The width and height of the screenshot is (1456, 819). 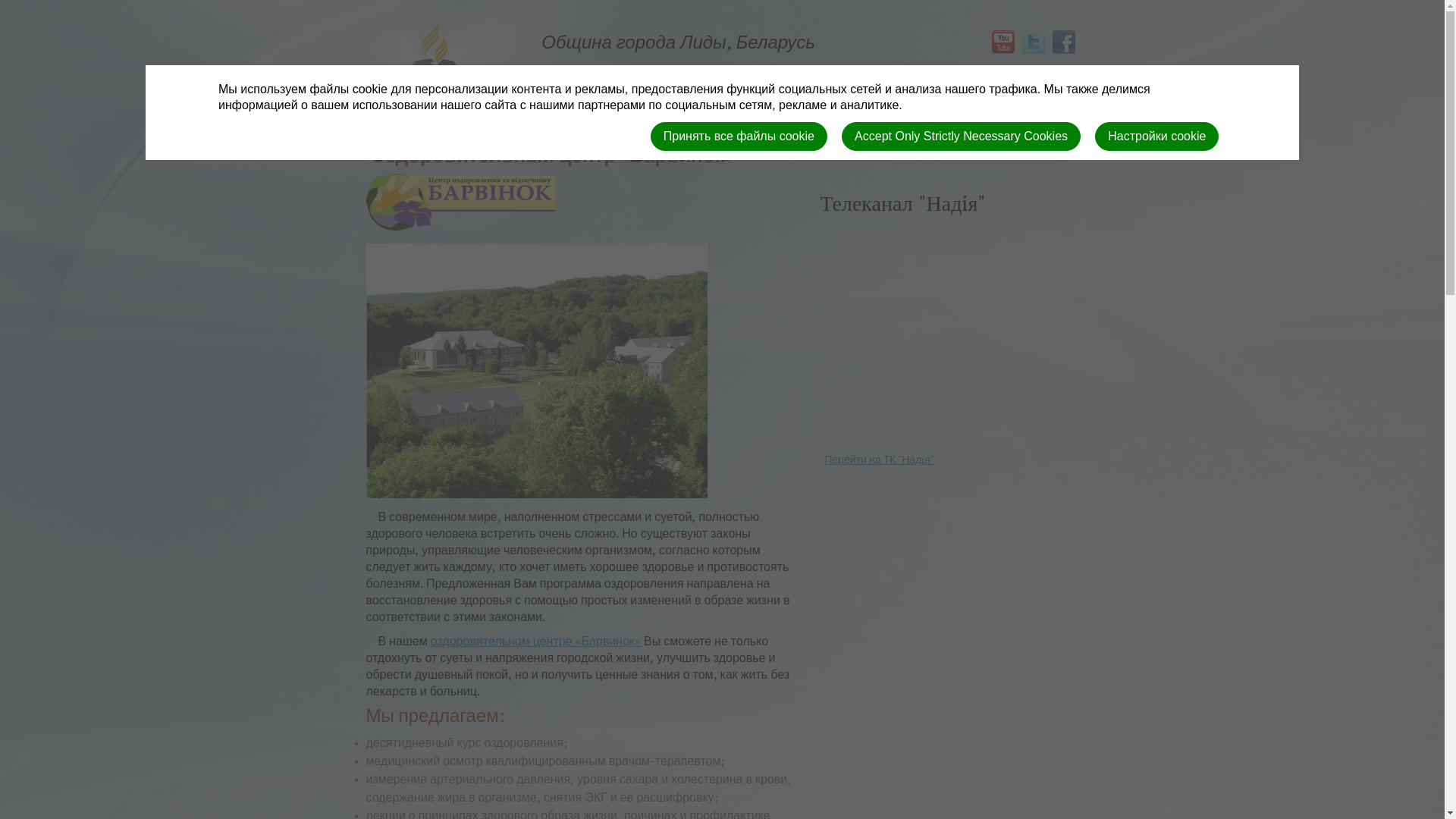 I want to click on 'Seventh-day Adventist Church logo', so click(x=431, y=89).